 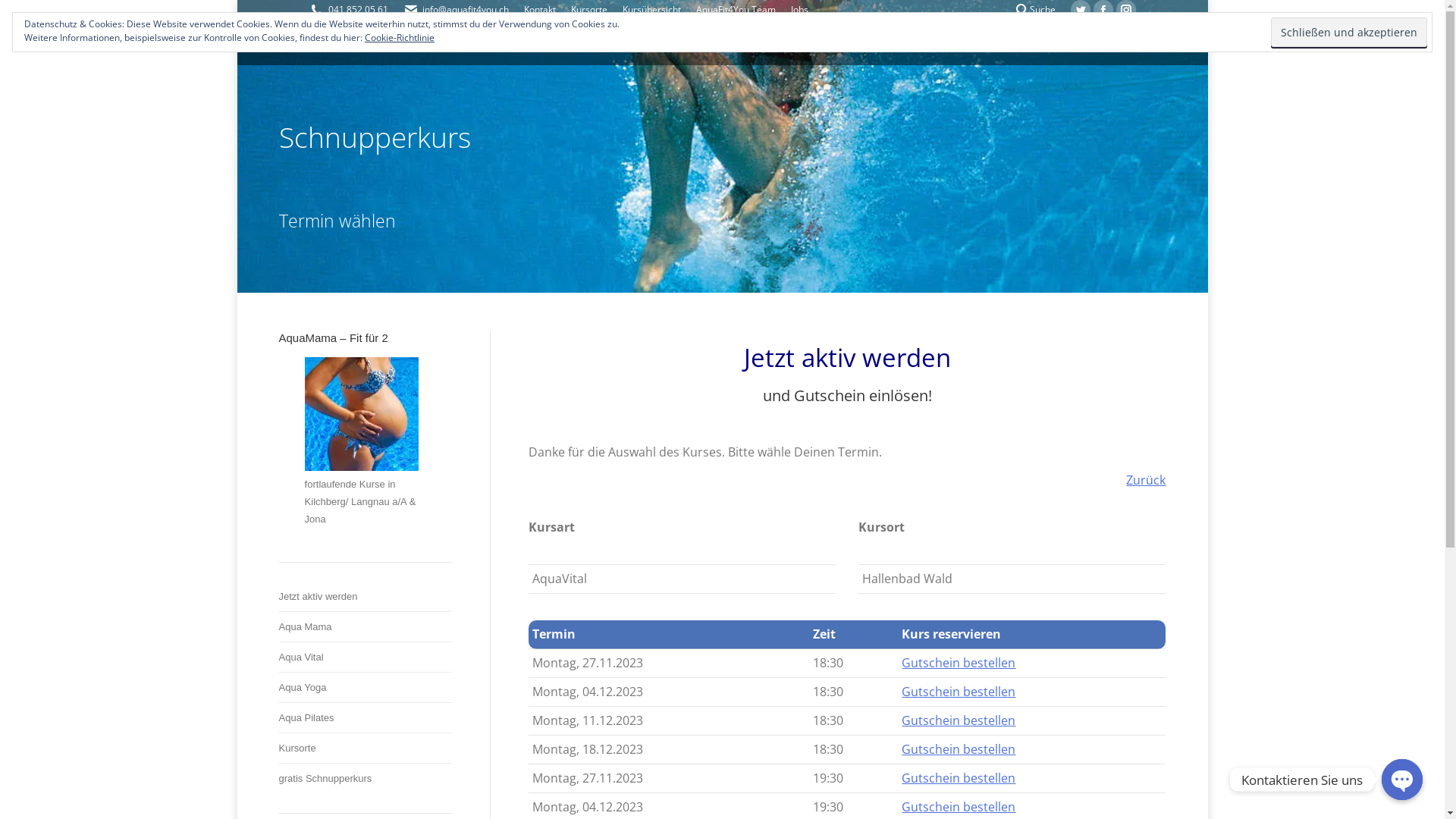 What do you see at coordinates (306, 717) in the screenshot?
I see `'Aqua Pilates'` at bounding box center [306, 717].